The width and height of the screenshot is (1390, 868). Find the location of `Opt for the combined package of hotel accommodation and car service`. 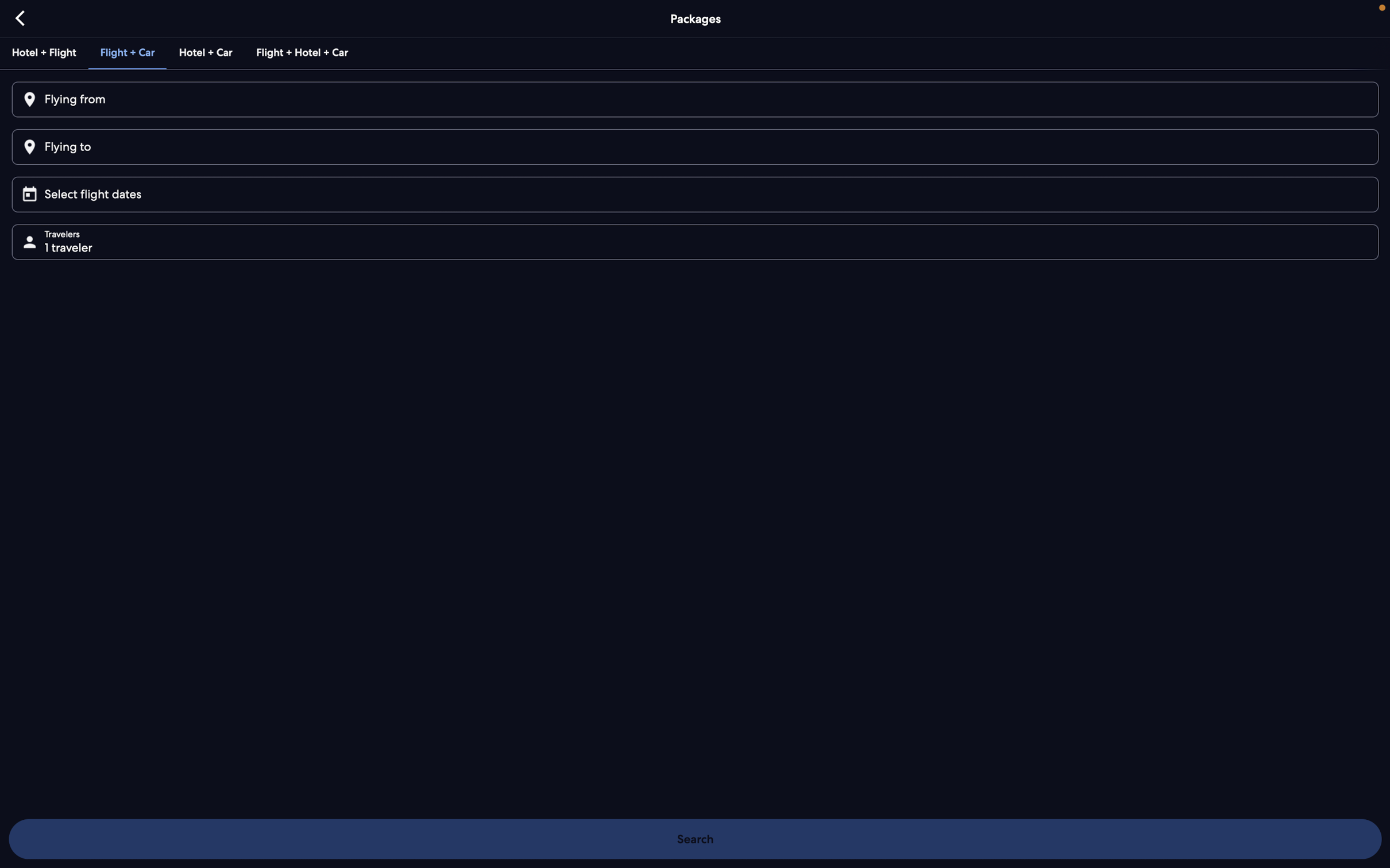

Opt for the combined package of hotel accommodation and car service is located at coordinates (206, 51).